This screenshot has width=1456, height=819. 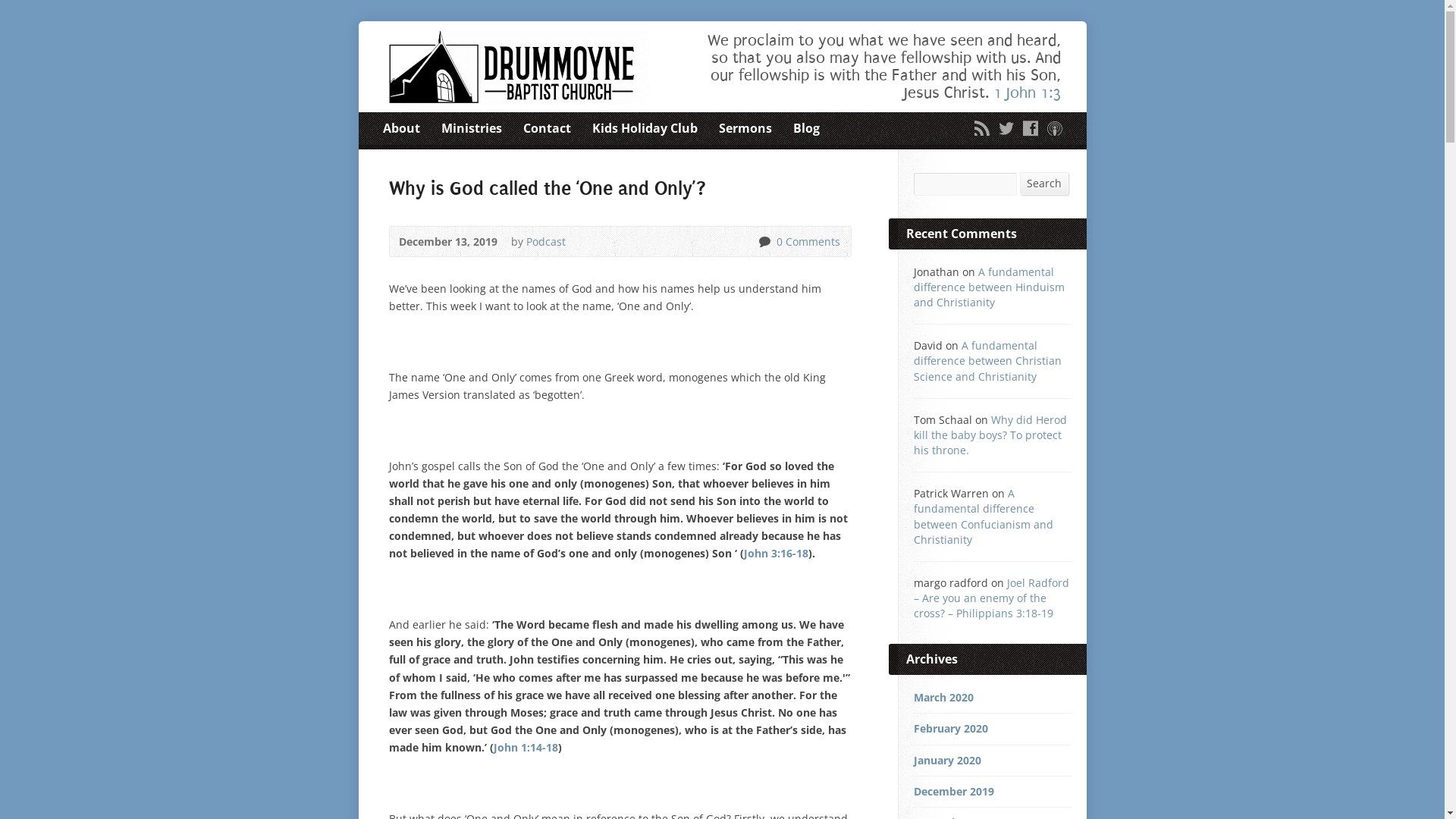 I want to click on 'Why did Herod kill the baby boys? To protect his throne.', so click(x=990, y=435).